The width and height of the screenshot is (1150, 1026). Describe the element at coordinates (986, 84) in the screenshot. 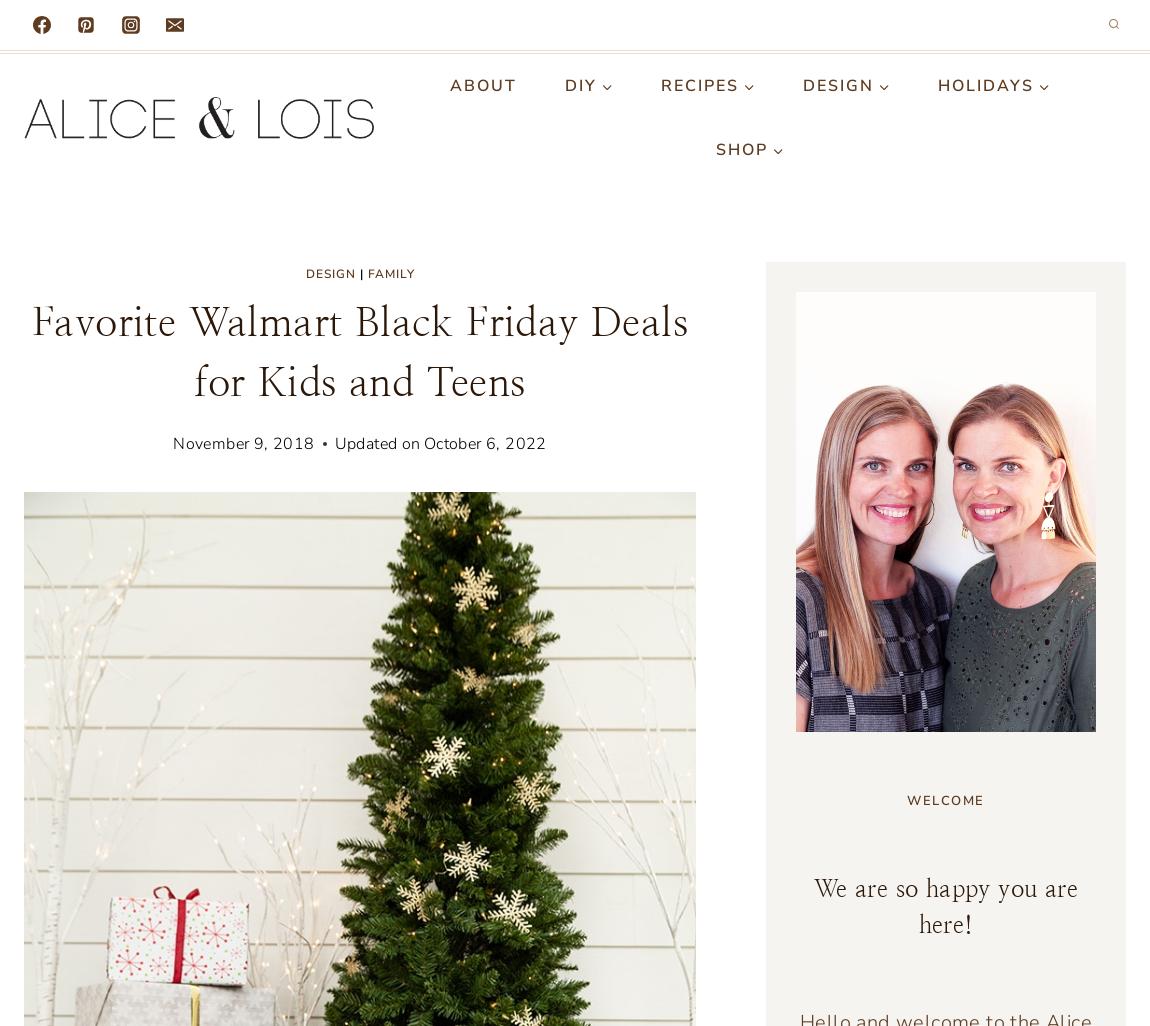

I see `'Holidays'` at that location.